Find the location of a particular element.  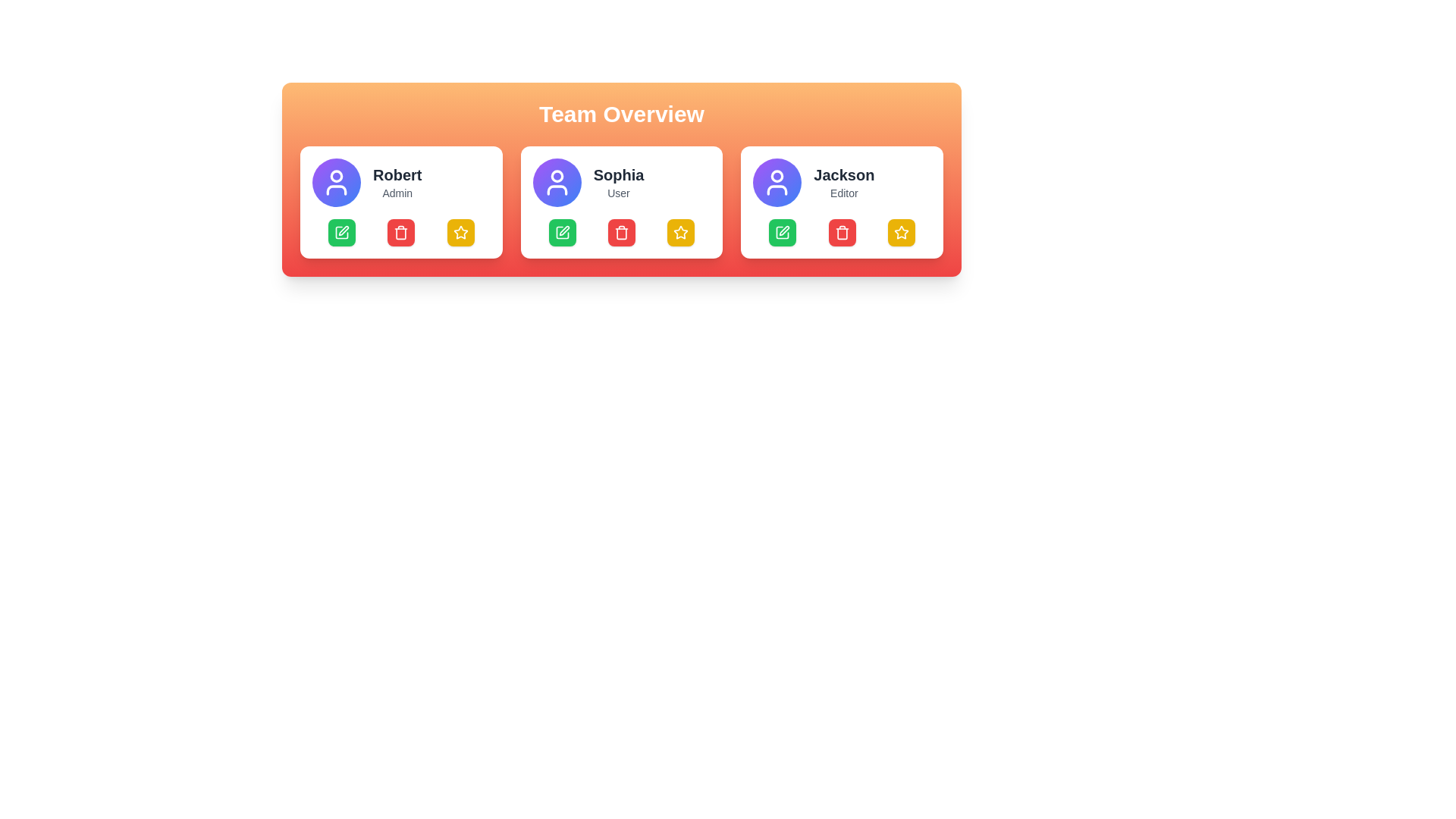

the user avatar representing 'Sophia' located in the center card of the 'Team Overview' section, positioned above the text 'Sophia' and to the left of 'User' is located at coordinates (556, 181).